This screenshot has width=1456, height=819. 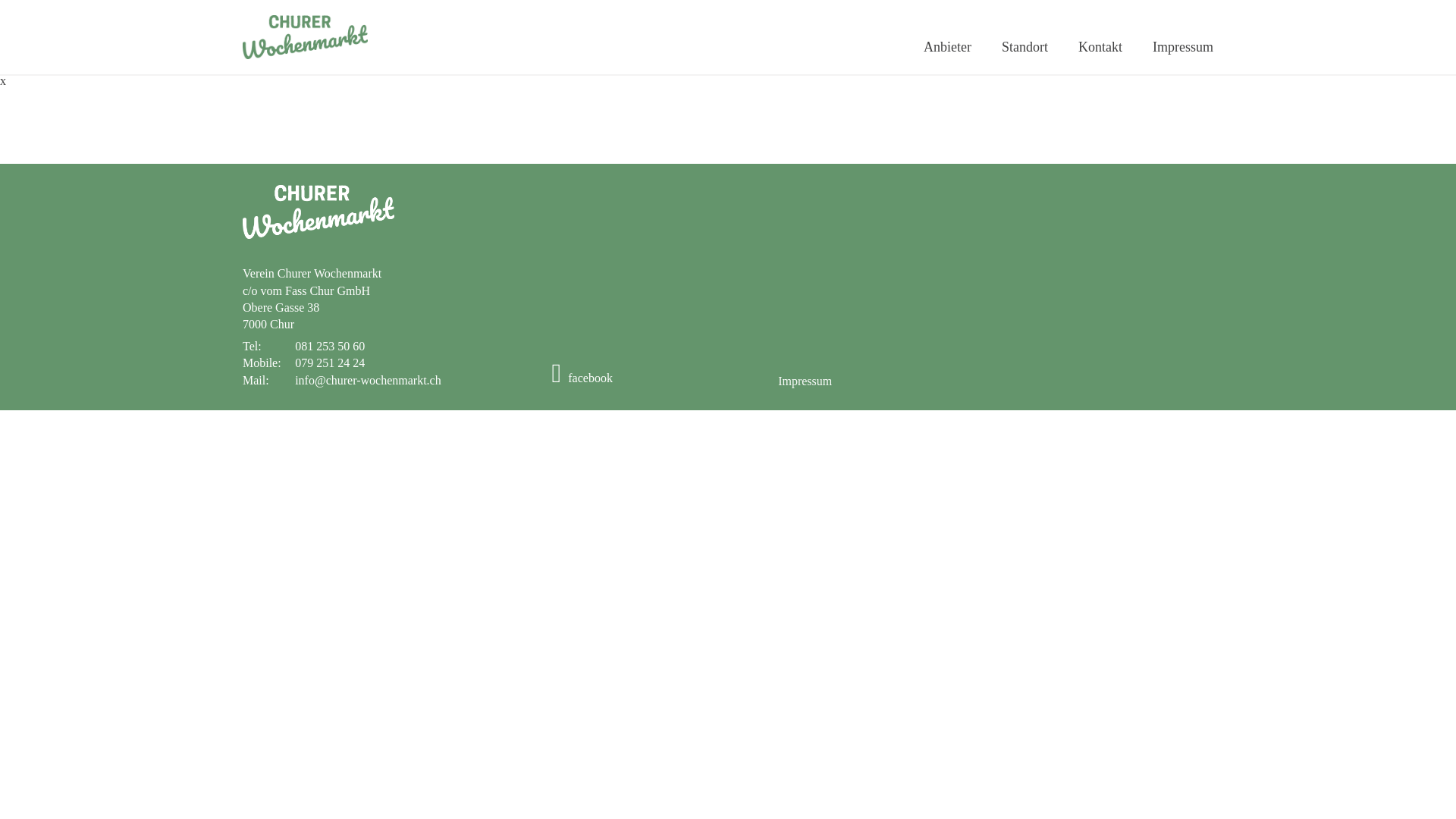 I want to click on 'info@churer-wochenmarkt.ch', so click(x=368, y=379).